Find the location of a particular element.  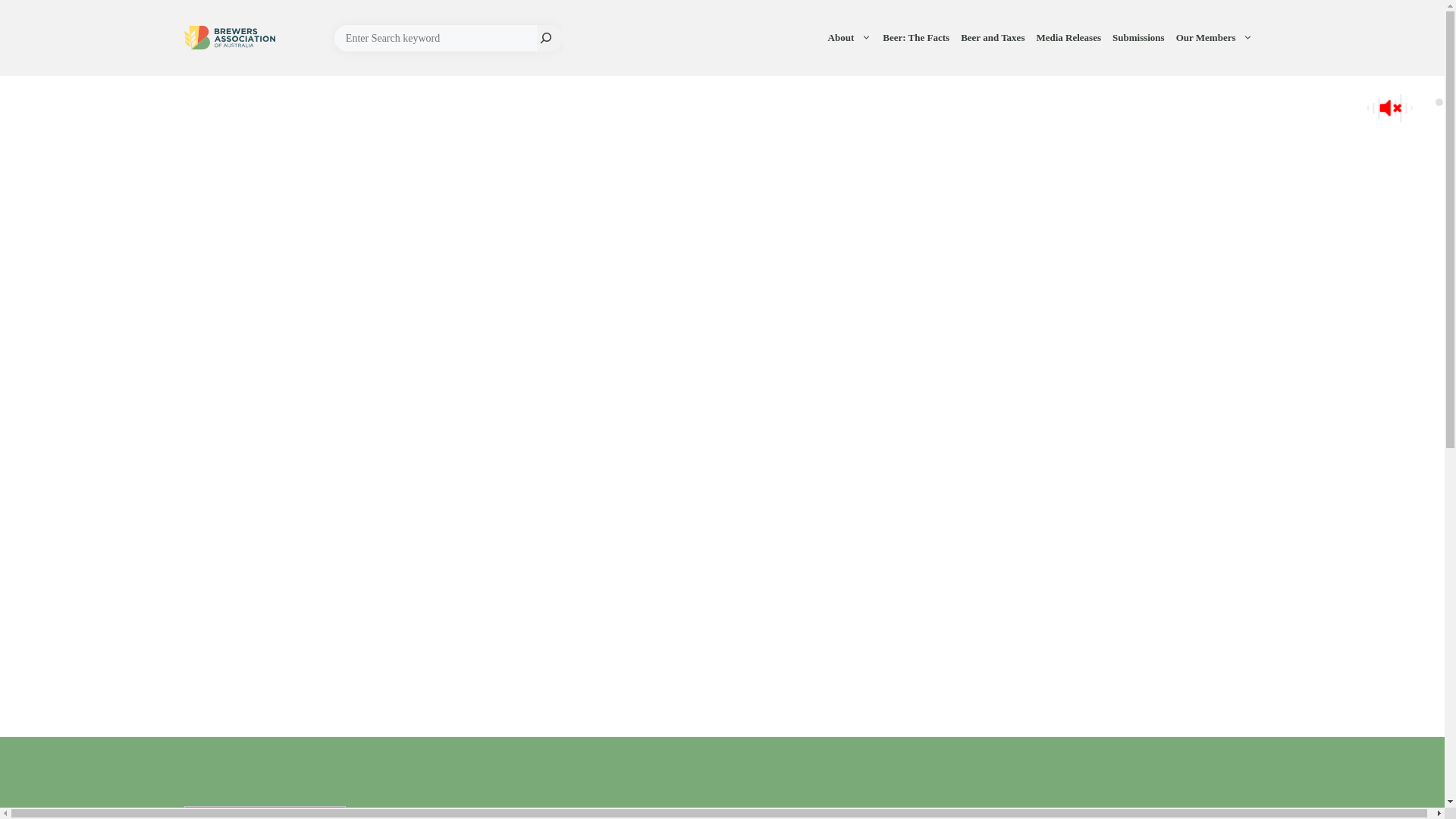

'Our Members' is located at coordinates (1216, 37).